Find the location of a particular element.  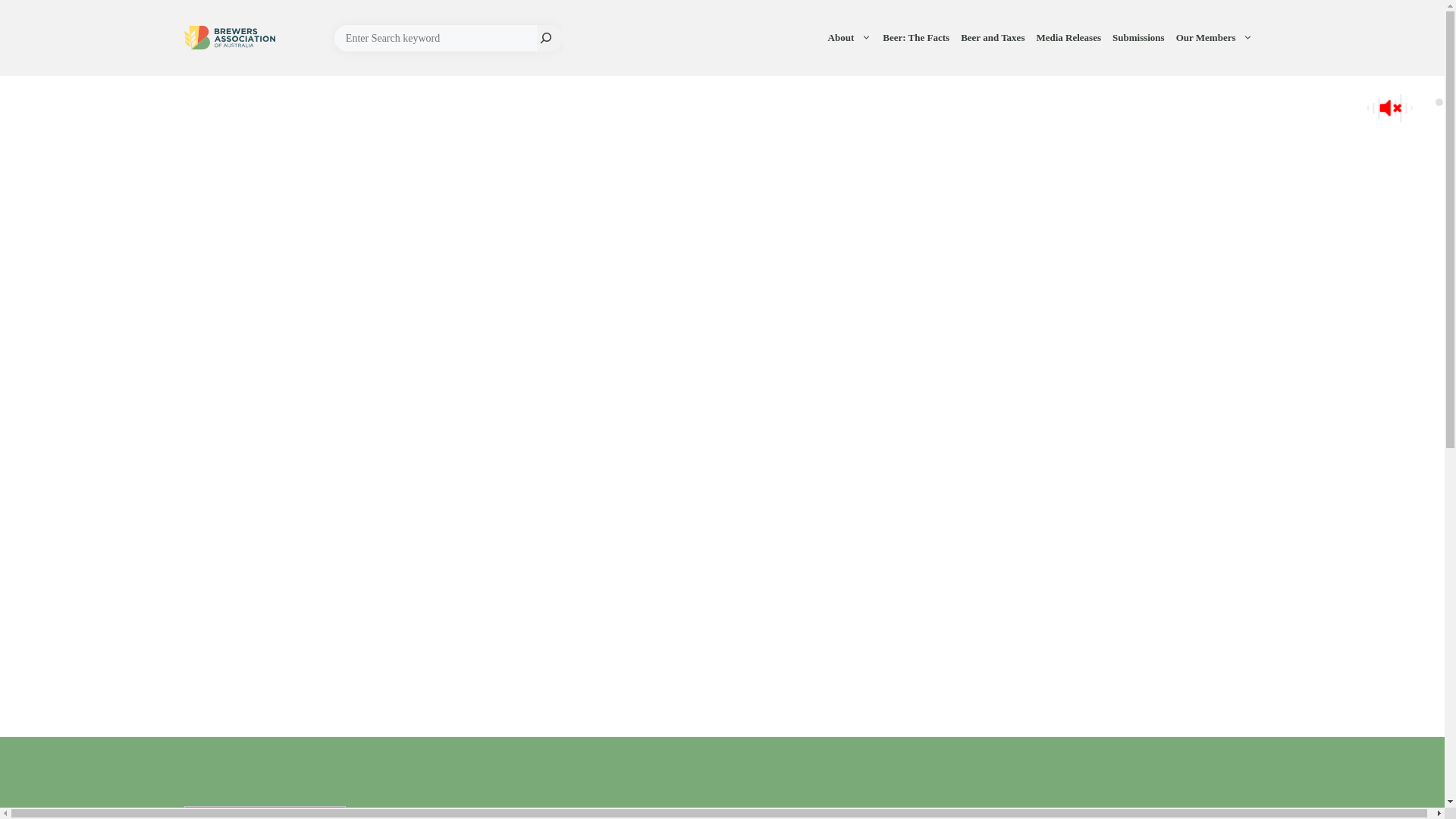

'Our Members' is located at coordinates (1216, 37).